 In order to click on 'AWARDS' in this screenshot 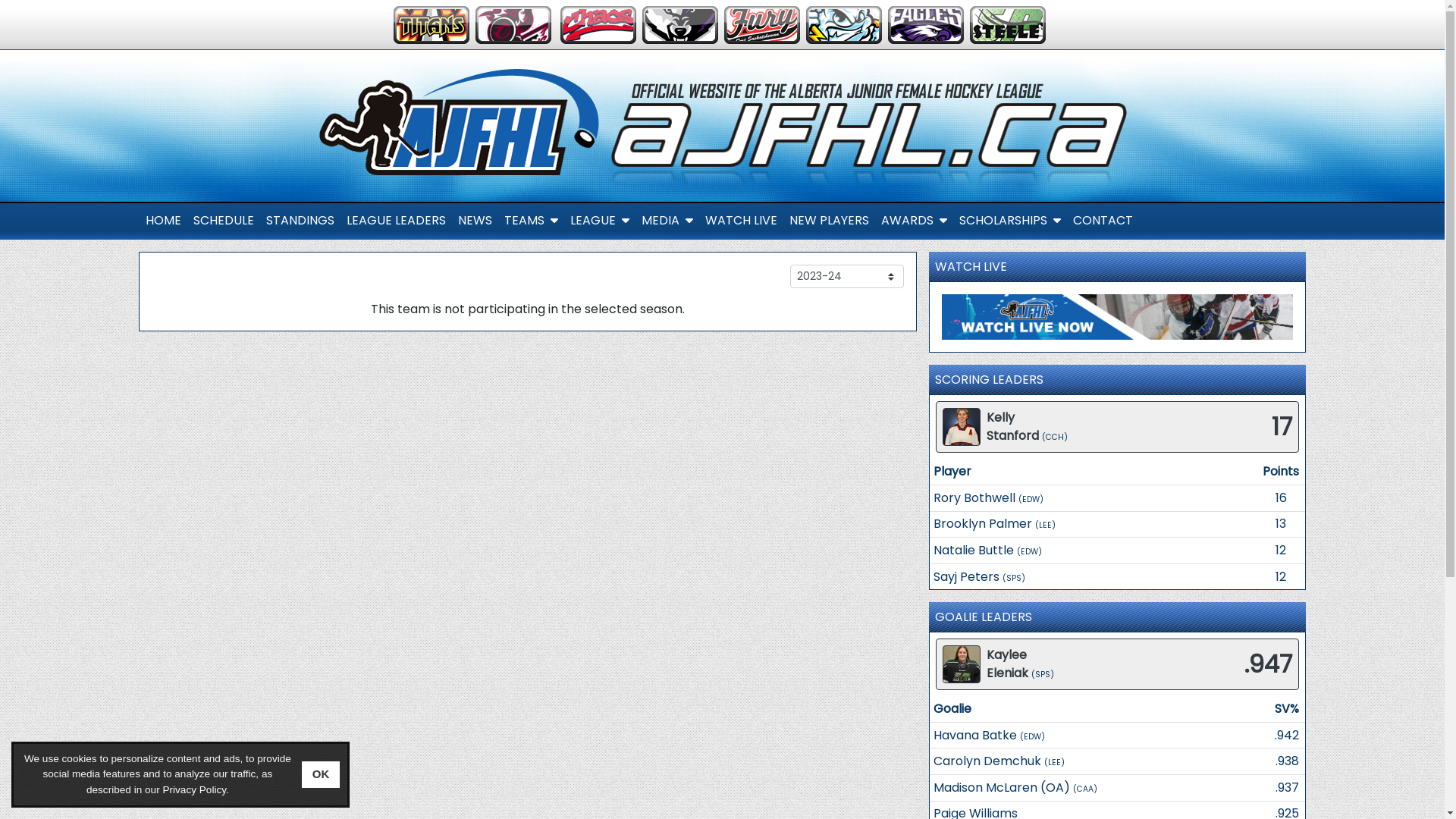, I will do `click(874, 220)`.